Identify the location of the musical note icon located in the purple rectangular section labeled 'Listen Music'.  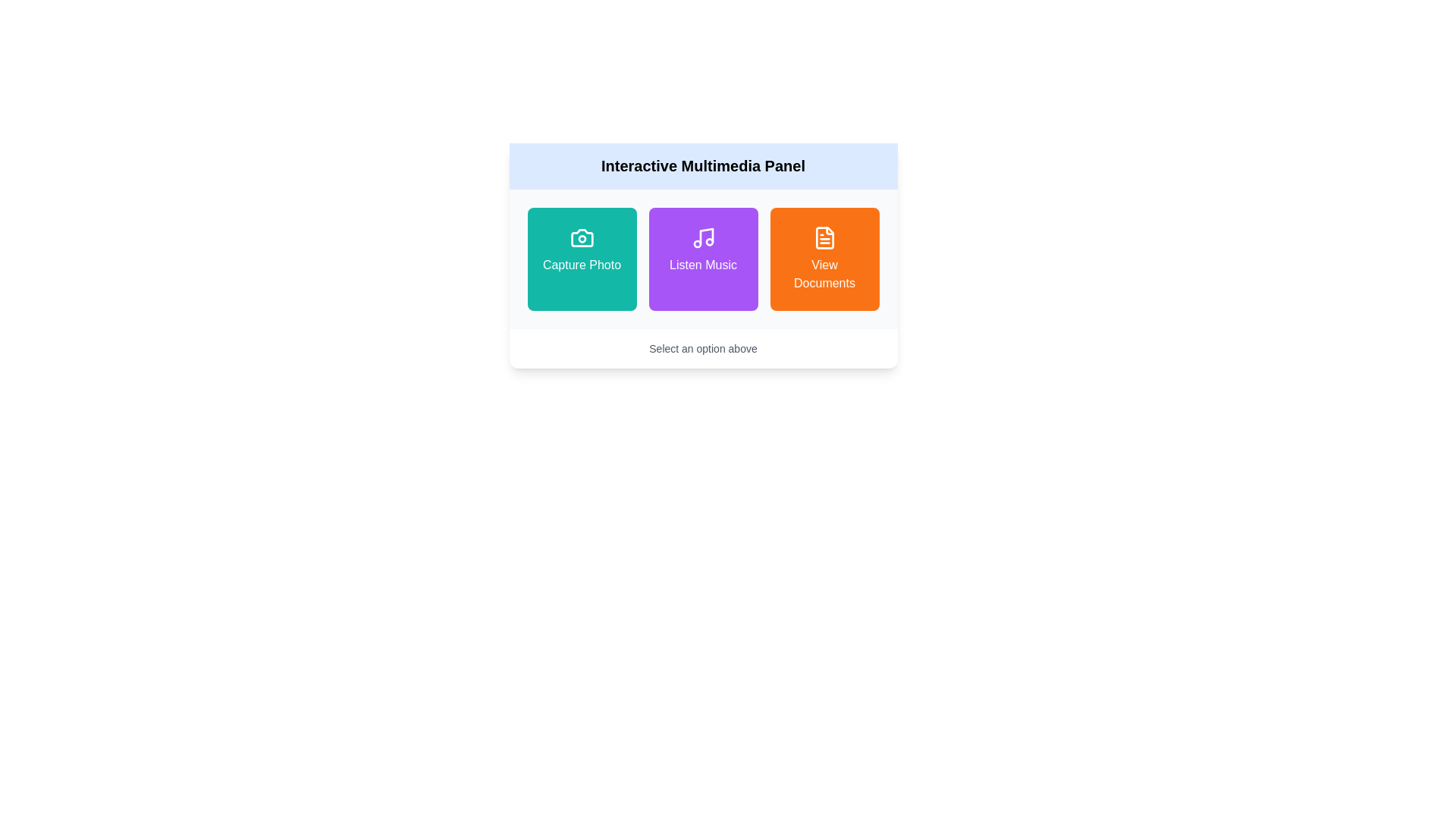
(702, 237).